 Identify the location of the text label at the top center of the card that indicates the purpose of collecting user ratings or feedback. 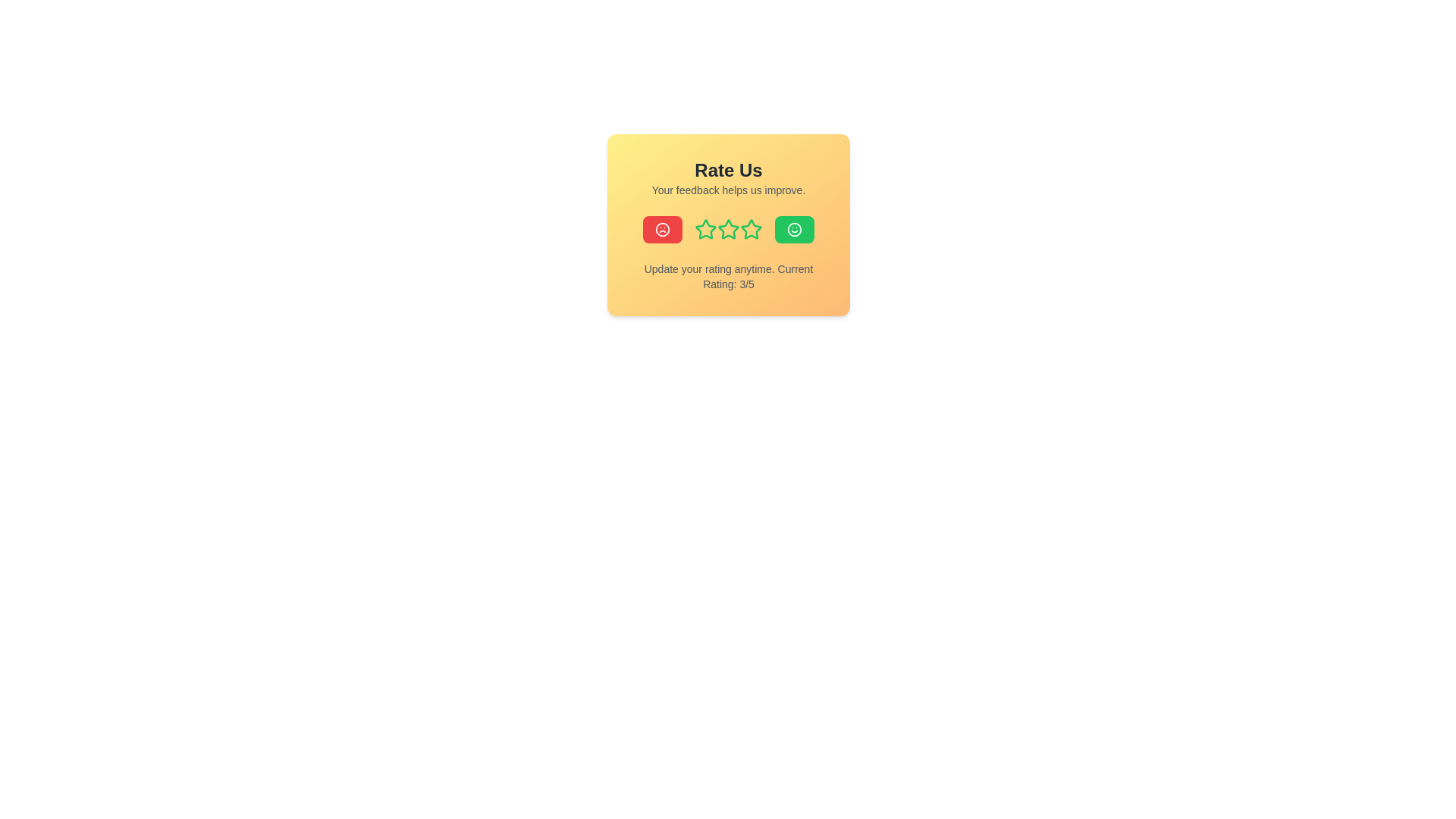
(728, 170).